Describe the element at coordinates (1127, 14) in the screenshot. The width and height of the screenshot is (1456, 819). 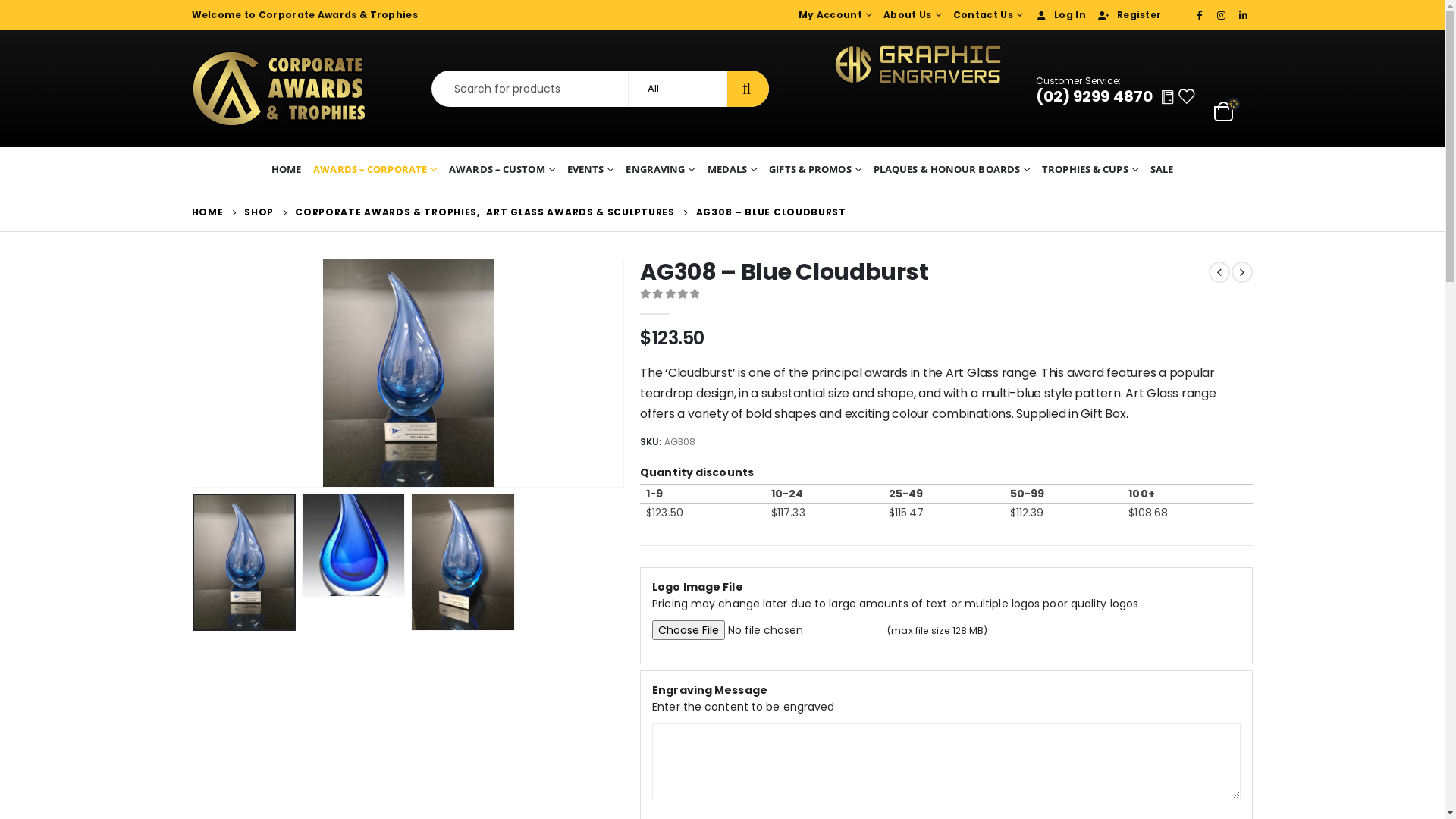
I see `'Register'` at that location.